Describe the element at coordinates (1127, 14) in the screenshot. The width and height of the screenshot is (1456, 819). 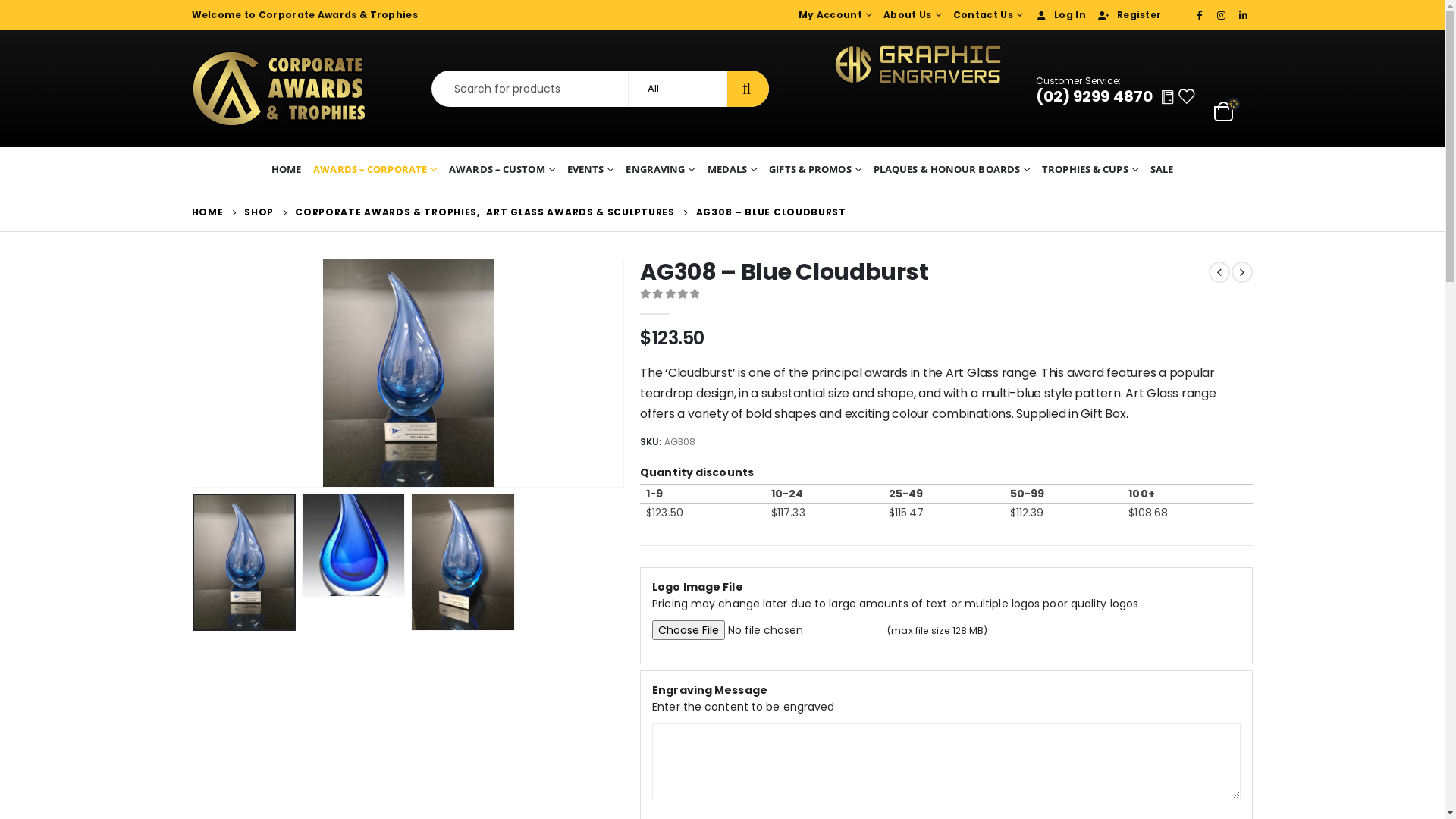
I see `'Register'` at that location.